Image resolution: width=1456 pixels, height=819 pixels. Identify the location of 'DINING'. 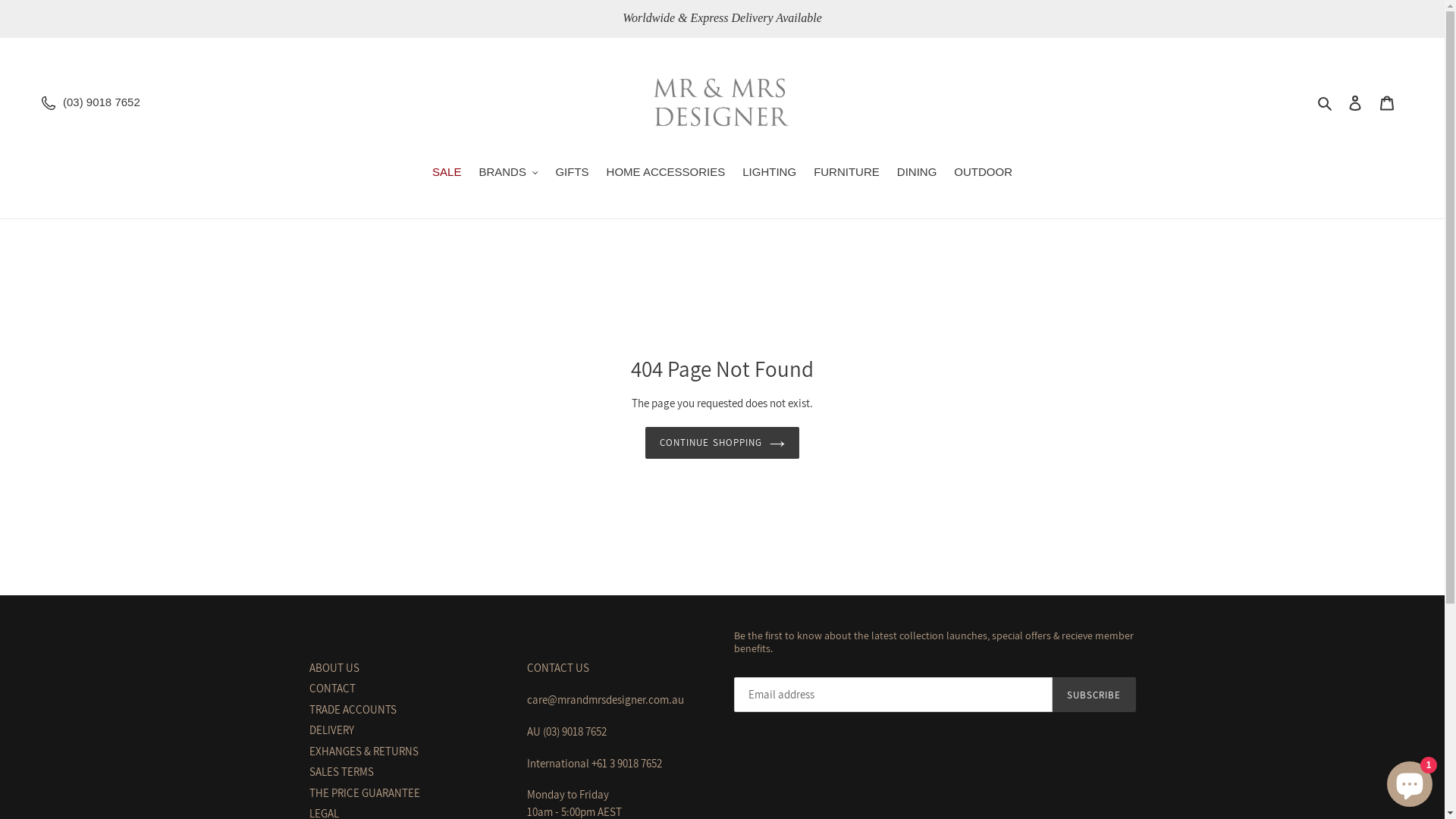
(916, 172).